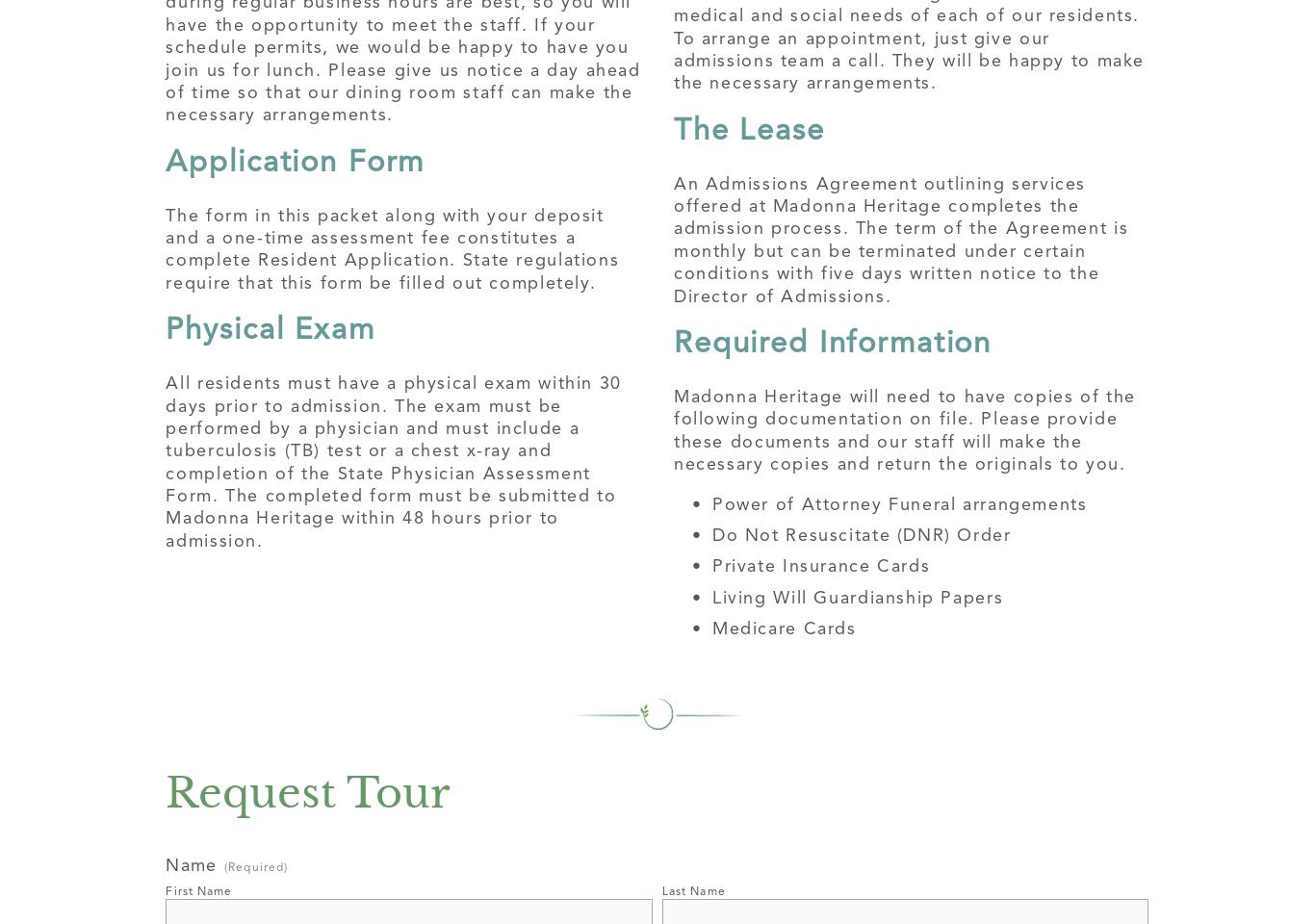 This screenshot has width=1315, height=924. I want to click on 'An Admissions Agreement outlining services offered at Madonna Heritage completes the admission process. The term of the Agreement is monthly but can be terminated under certain conditions with five days written notice to the Director of Admissions.', so click(903, 237).